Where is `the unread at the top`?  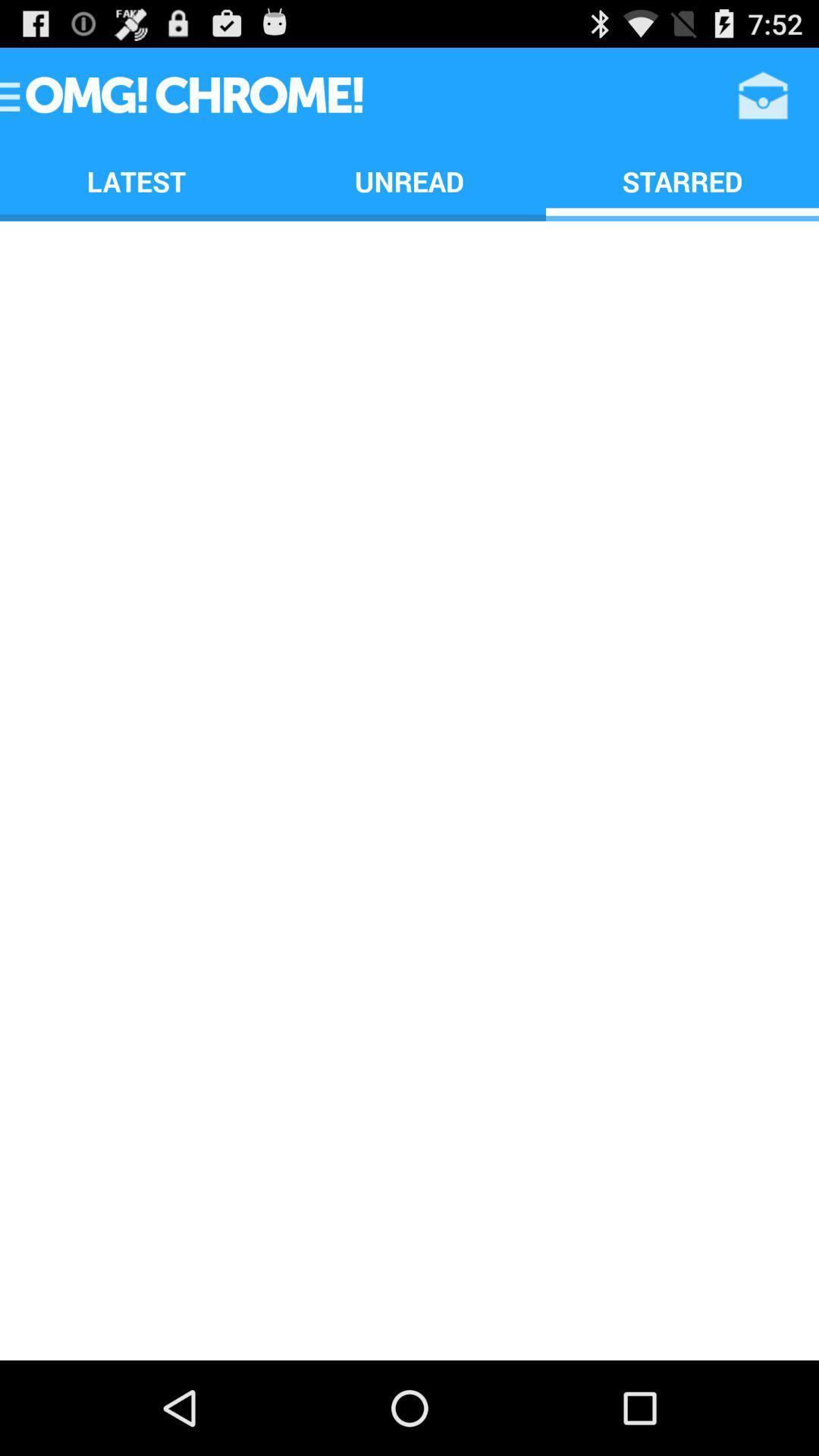
the unread at the top is located at coordinates (409, 181).